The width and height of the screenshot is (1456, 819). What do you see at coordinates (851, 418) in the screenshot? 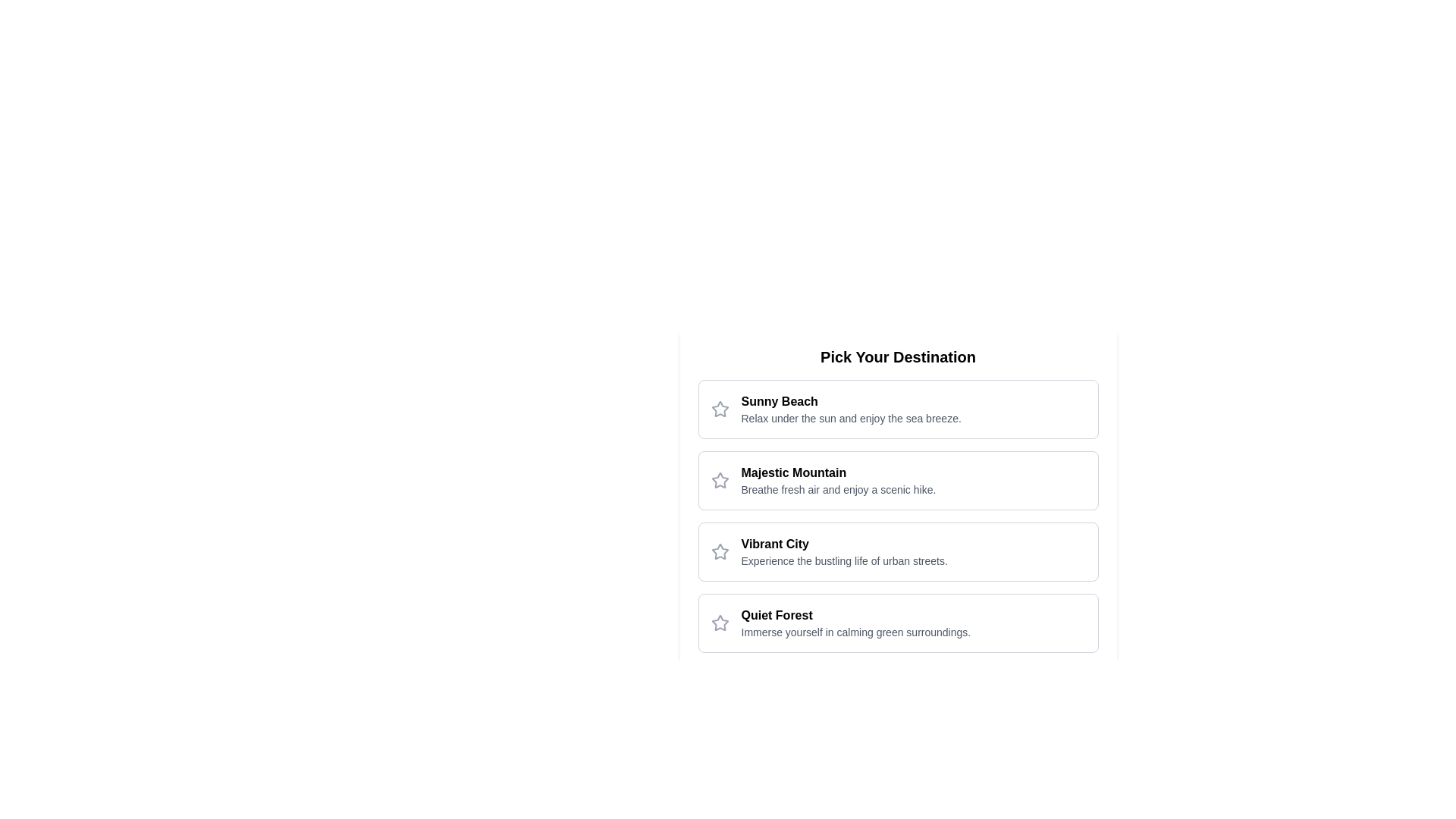
I see `the text display that reads 'Relax under the sun and enjoy the sea breeze.', which is styled in a gray, slightly smaller font and positioned beneath 'Sunny Beach'` at bounding box center [851, 418].